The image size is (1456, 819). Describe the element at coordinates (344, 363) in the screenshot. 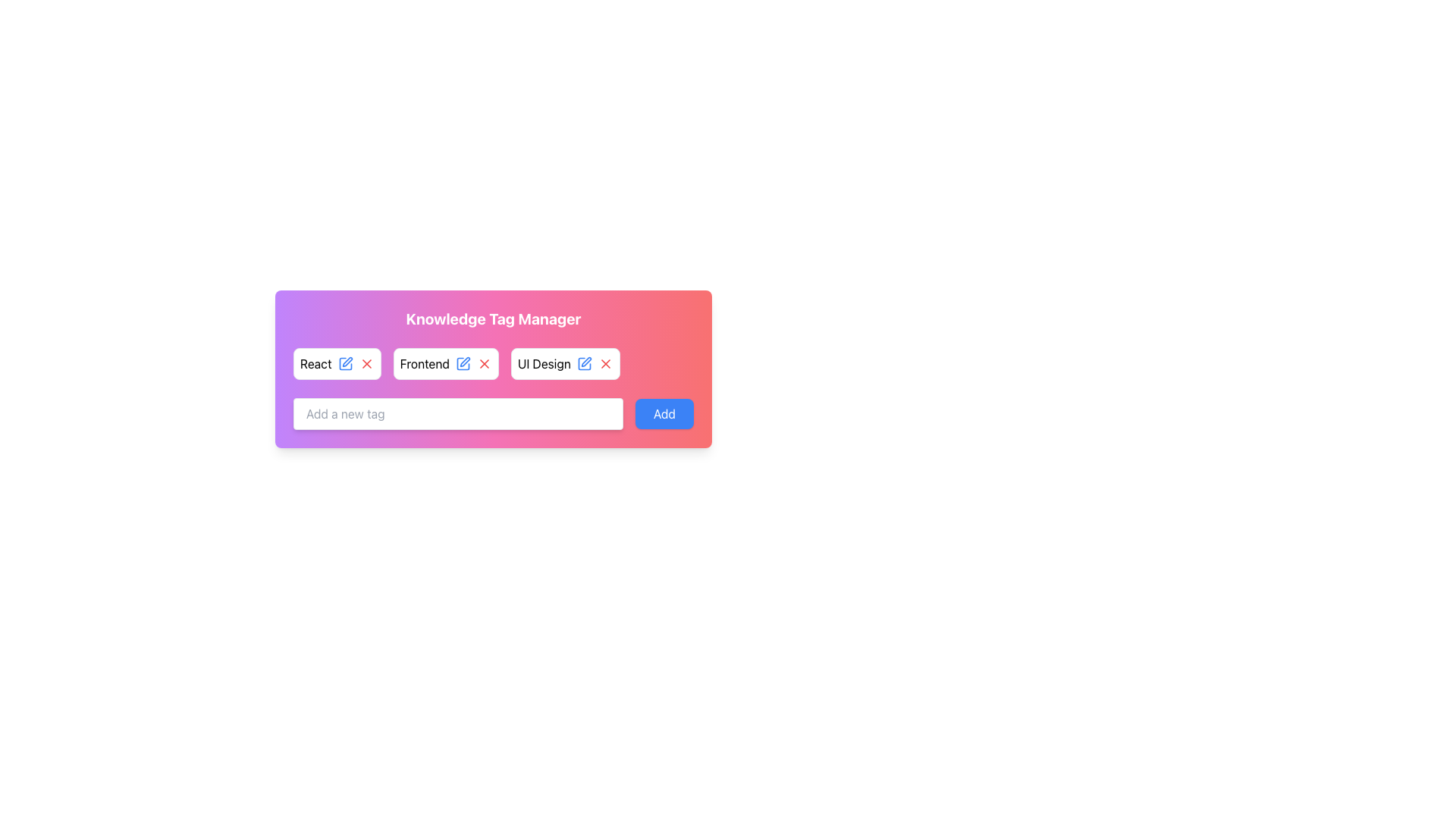

I see `the blue edit icon with a pen over a square outline located to the right of the 'React' label to initiate editing the tag` at that location.